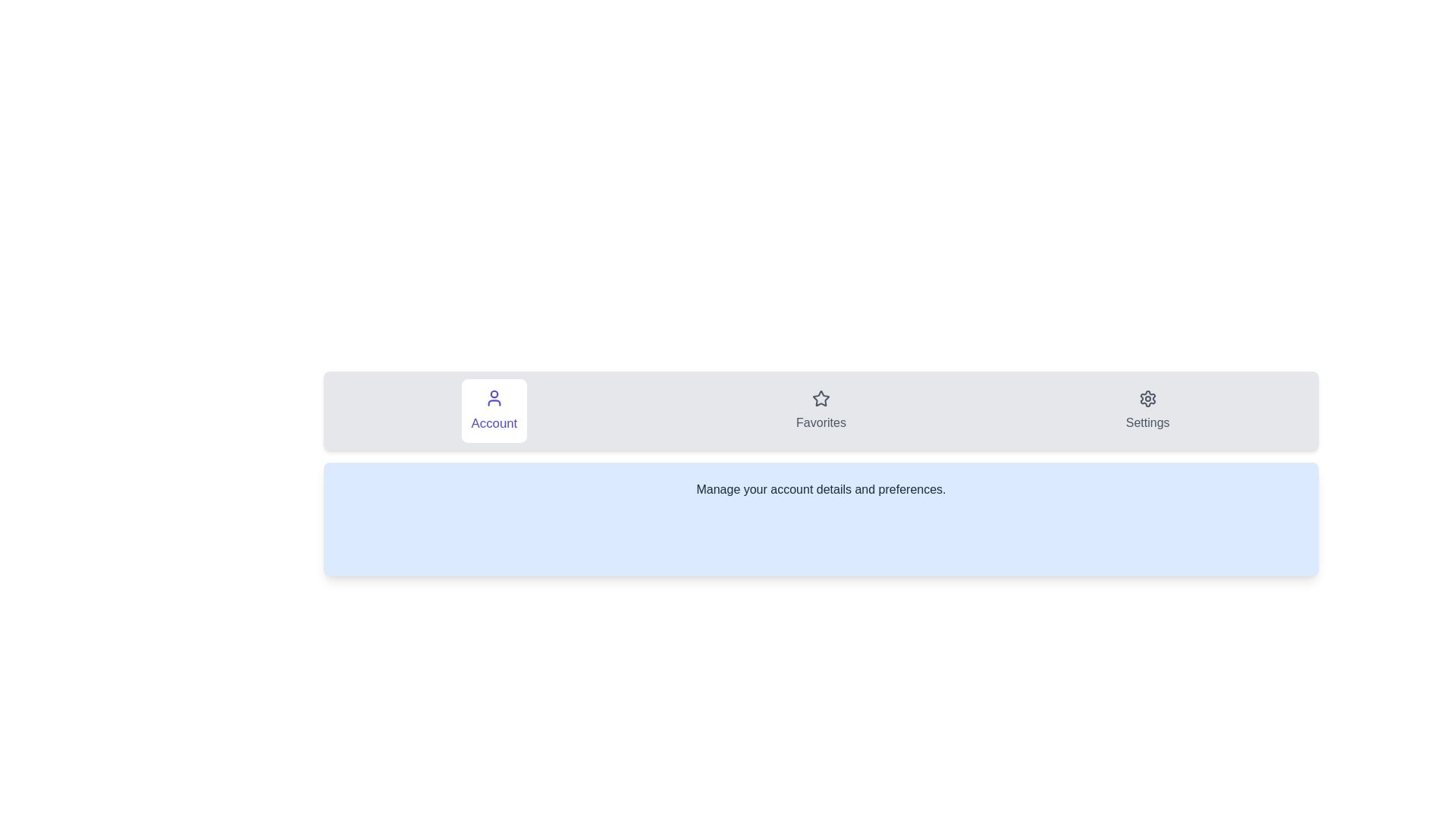 This screenshot has width=1456, height=819. Describe the element at coordinates (1147, 411) in the screenshot. I see `the tab labeled Settings to observe its hover effect` at that location.